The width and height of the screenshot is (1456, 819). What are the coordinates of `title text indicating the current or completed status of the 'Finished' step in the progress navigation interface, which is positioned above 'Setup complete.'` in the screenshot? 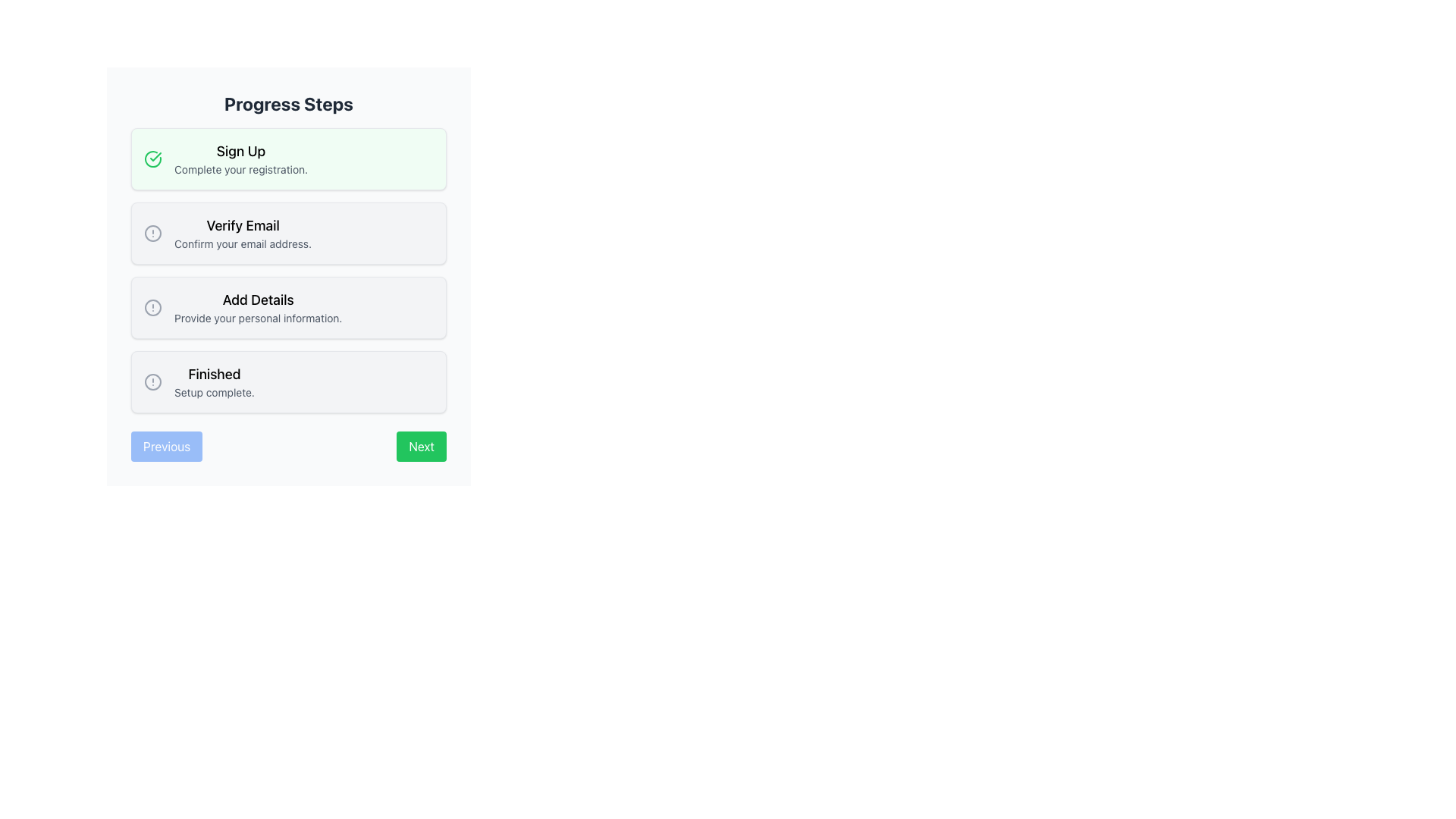 It's located at (214, 374).